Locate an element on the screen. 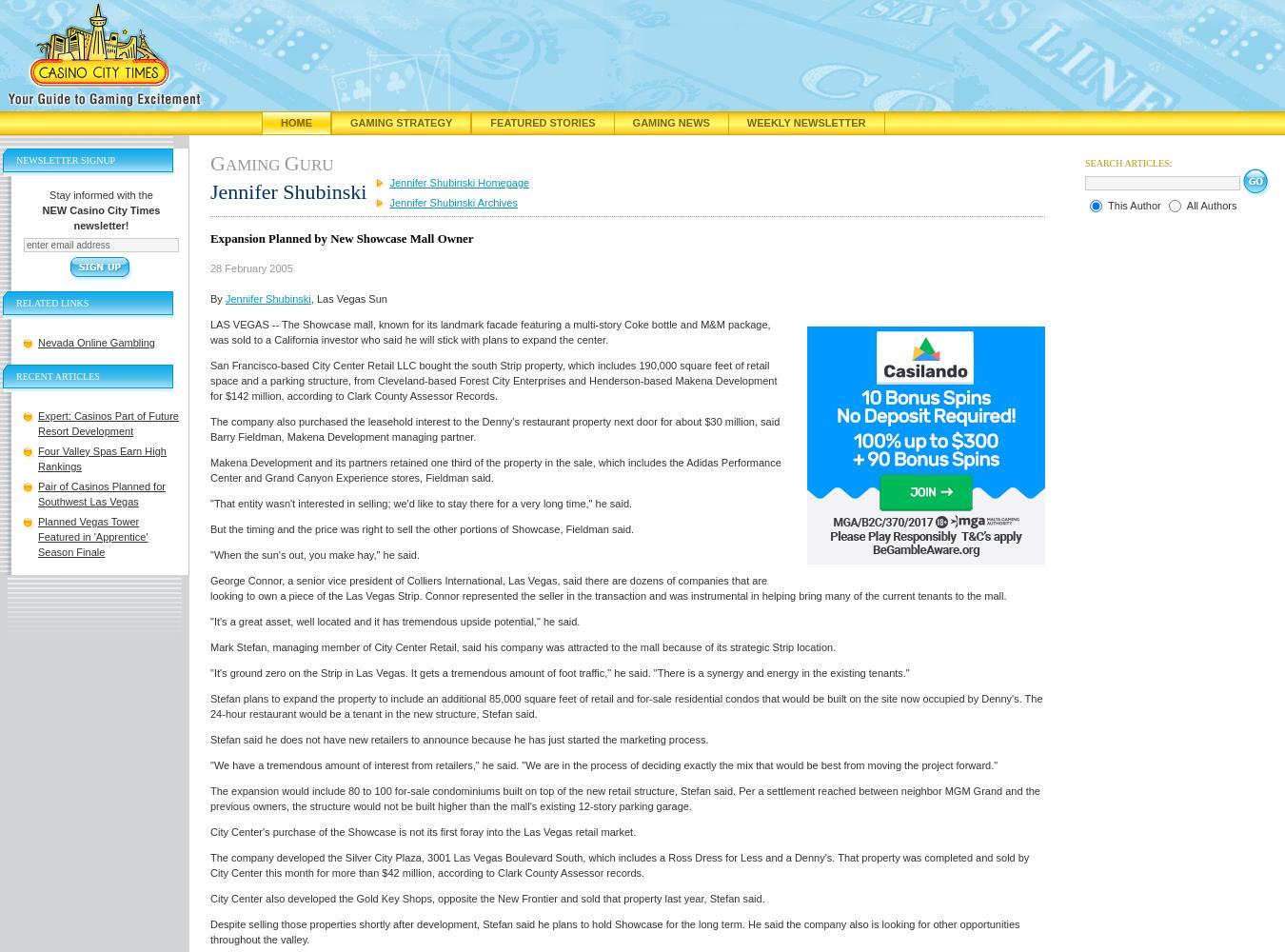 The width and height of the screenshot is (1285, 952). 'Stay informed with the' is located at coordinates (99, 194).